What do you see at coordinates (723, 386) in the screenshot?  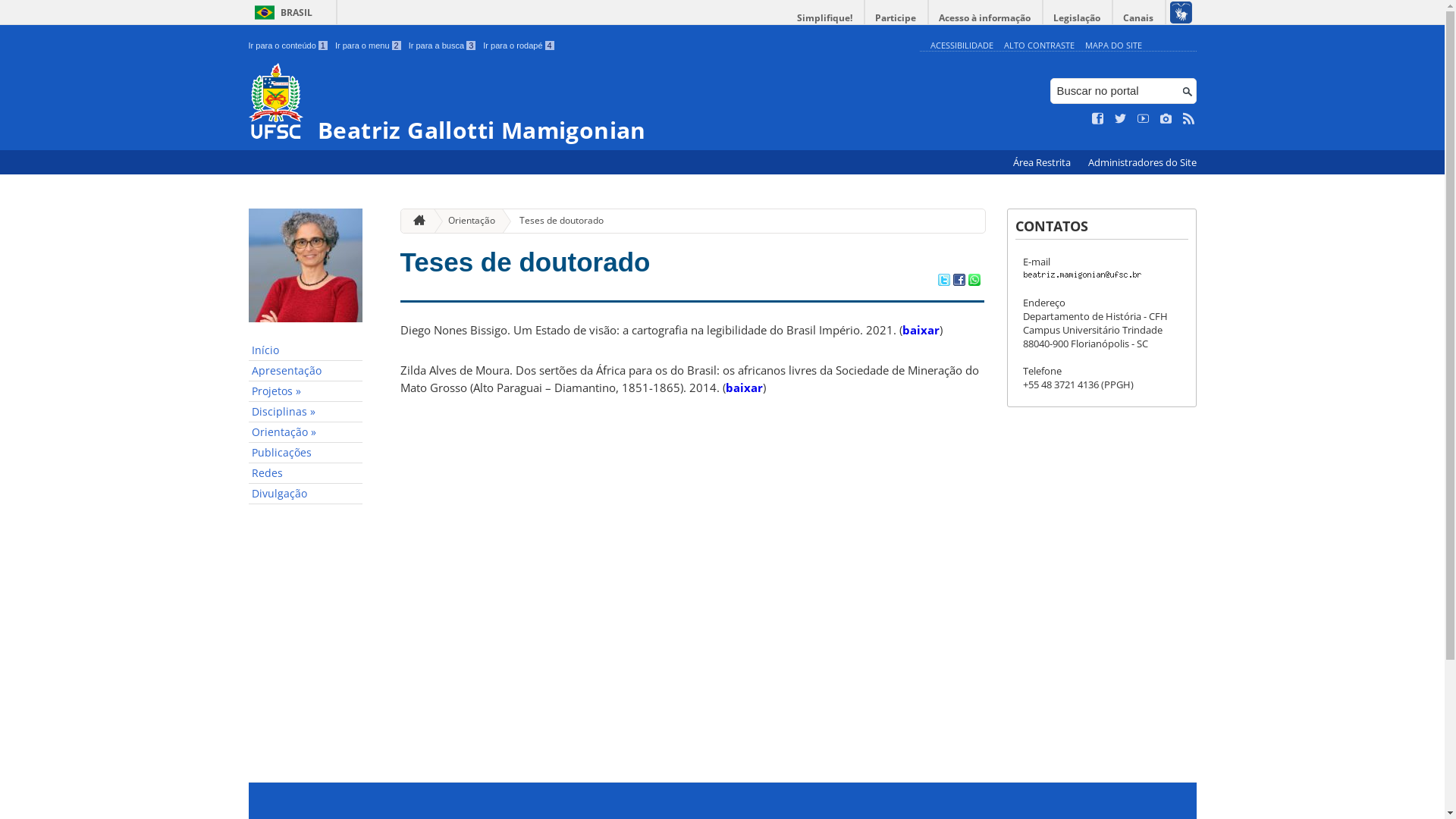 I see `'baixar'` at bounding box center [723, 386].